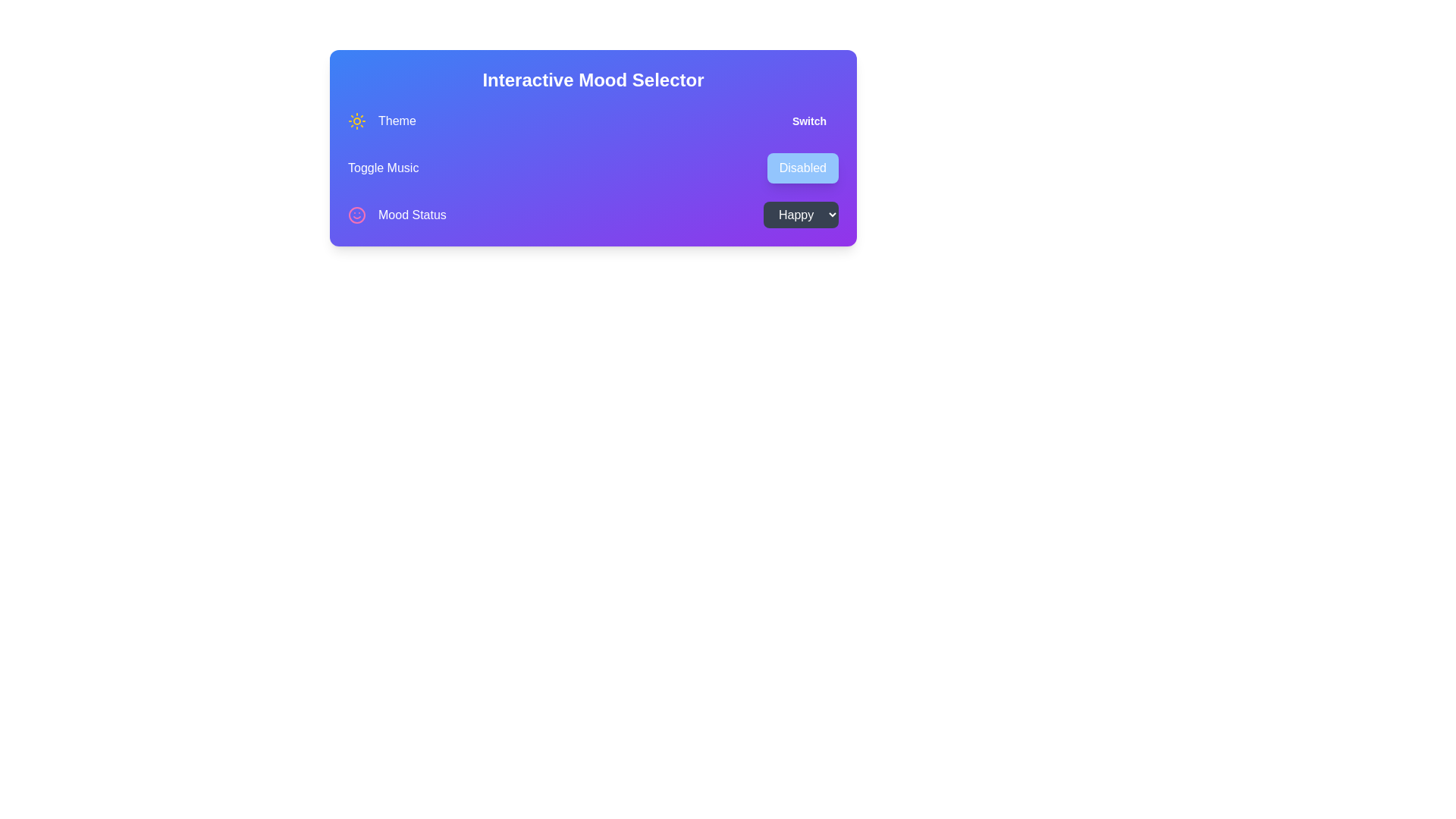  I want to click on the 'Happy' dropdown menu button with a dark gray background and white text, so click(800, 215).